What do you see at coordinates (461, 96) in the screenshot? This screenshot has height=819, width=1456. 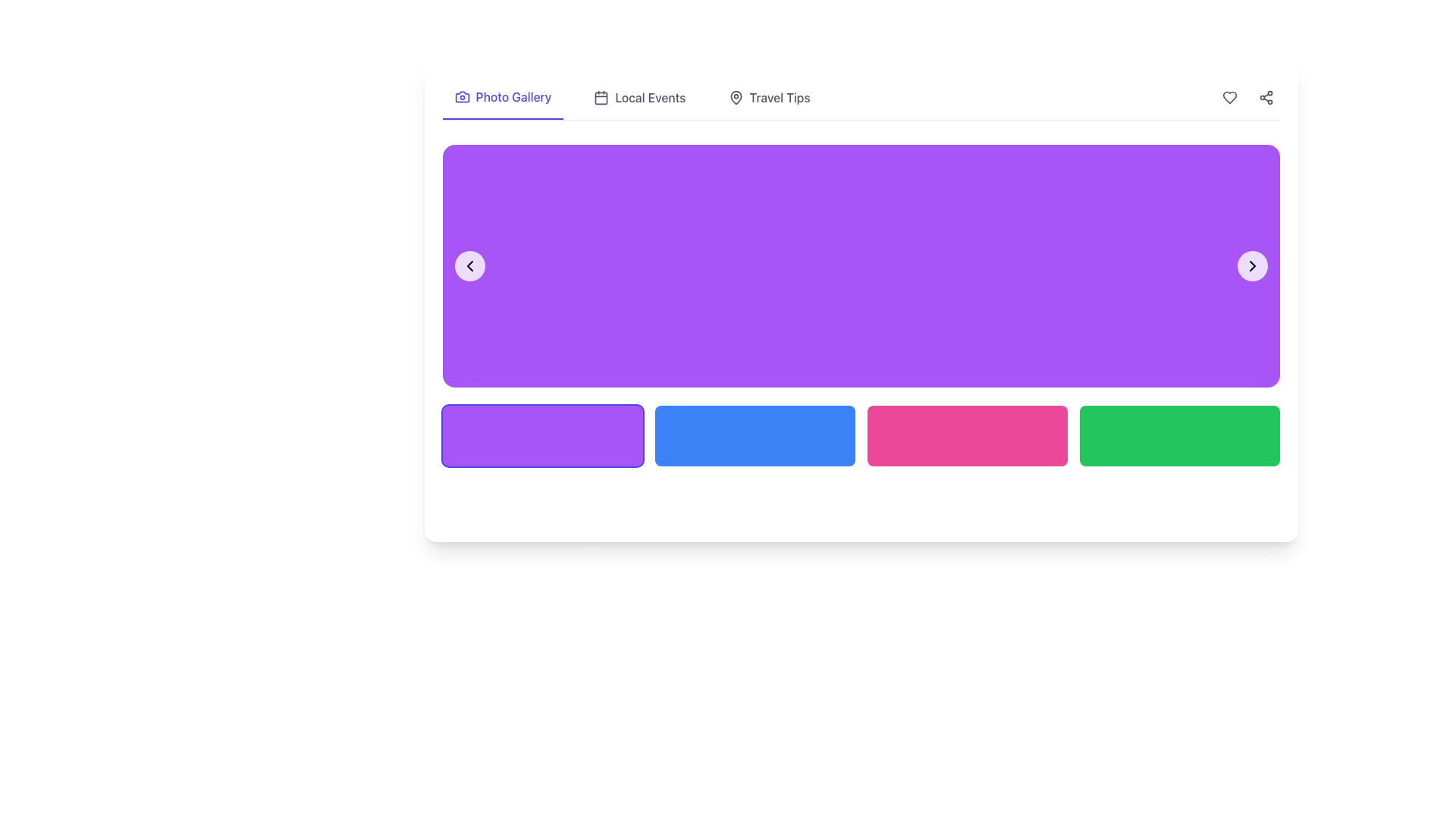 I see `the camera icon located in the navigation bar to the left of the 'Photo Gallery' label` at bounding box center [461, 96].